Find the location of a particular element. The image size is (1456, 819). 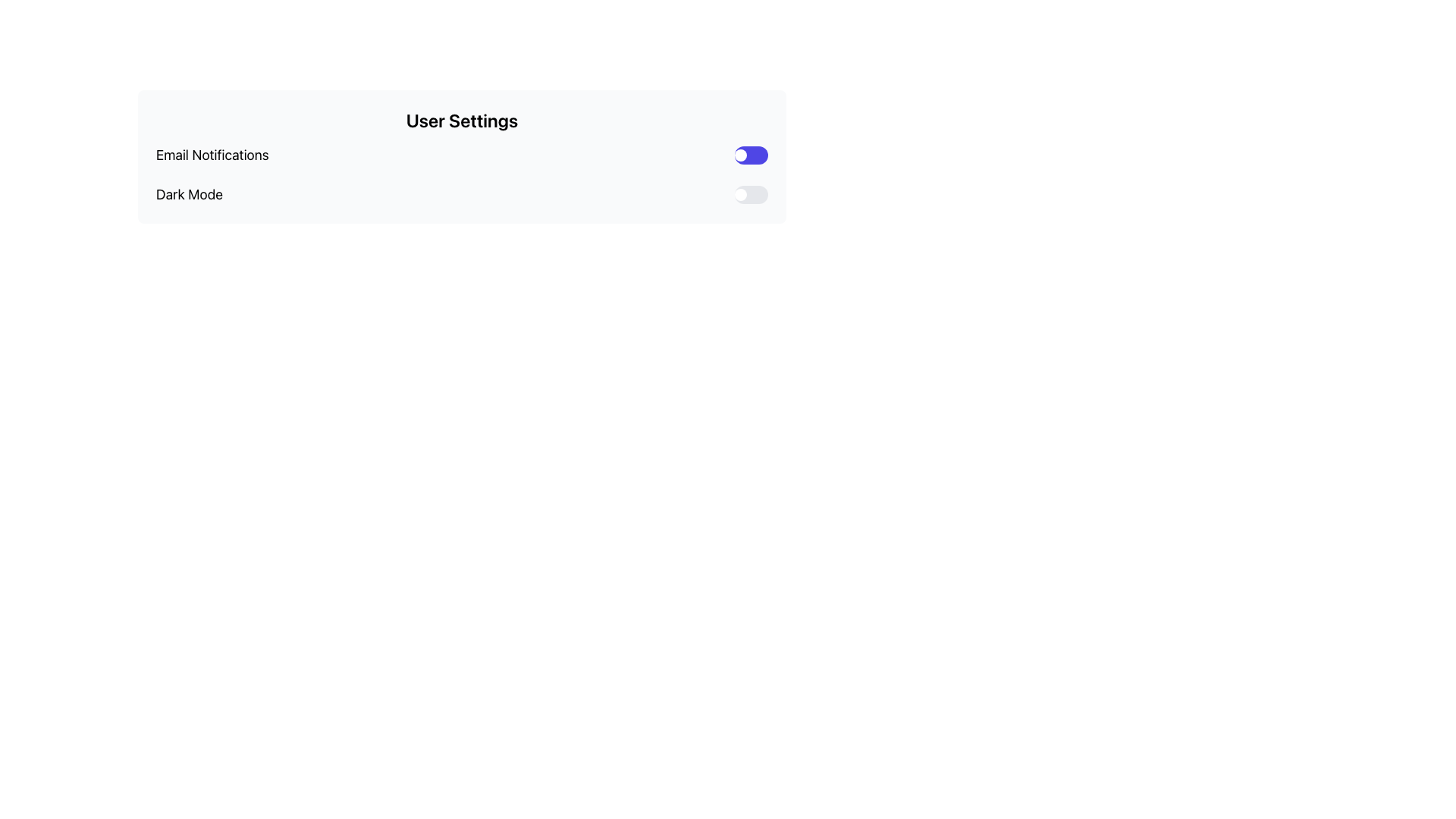

the toggle switch used is located at coordinates (751, 155).